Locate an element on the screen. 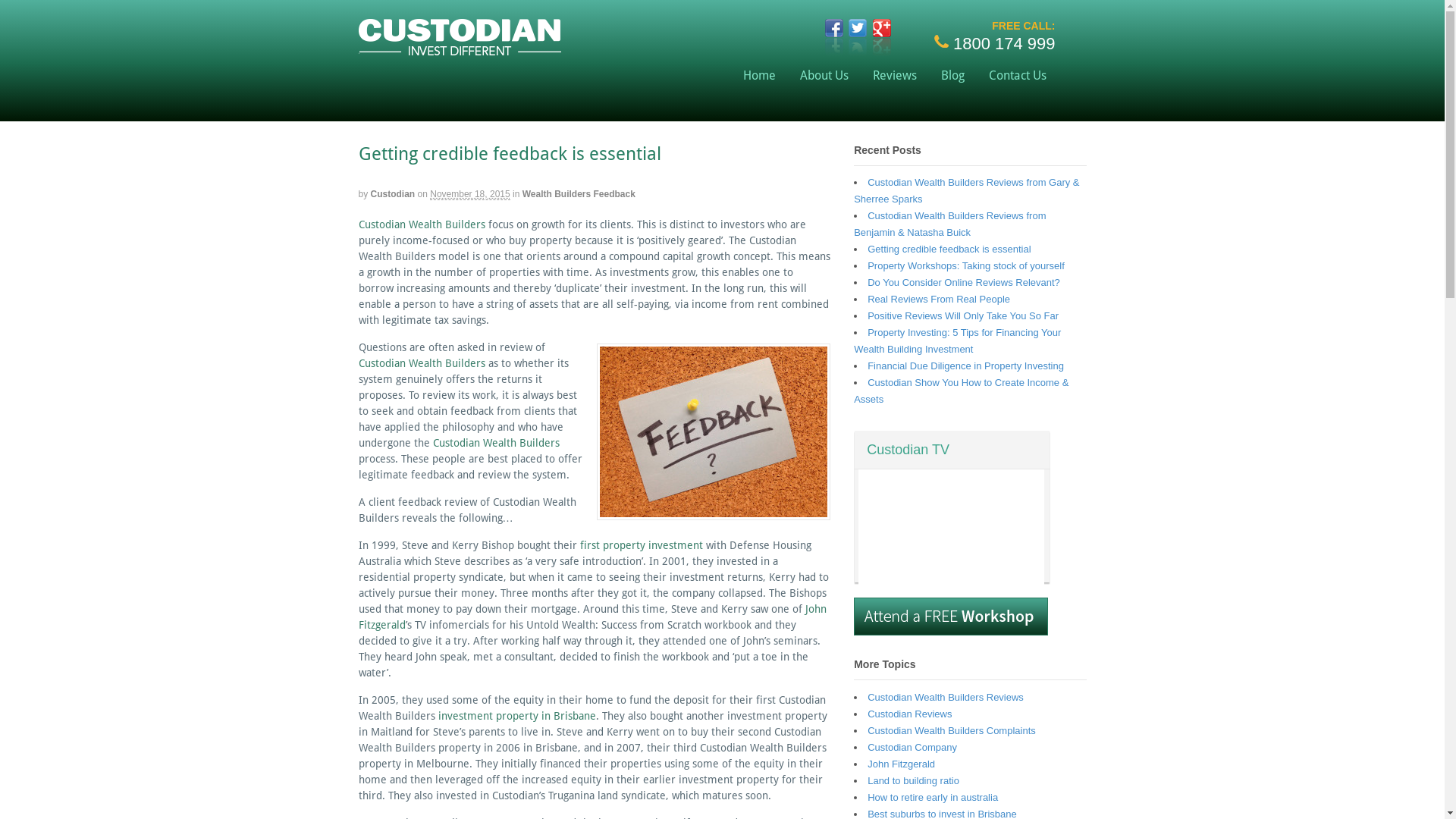  'Do You Consider Online Reviews Relevant?' is located at coordinates (963, 282).